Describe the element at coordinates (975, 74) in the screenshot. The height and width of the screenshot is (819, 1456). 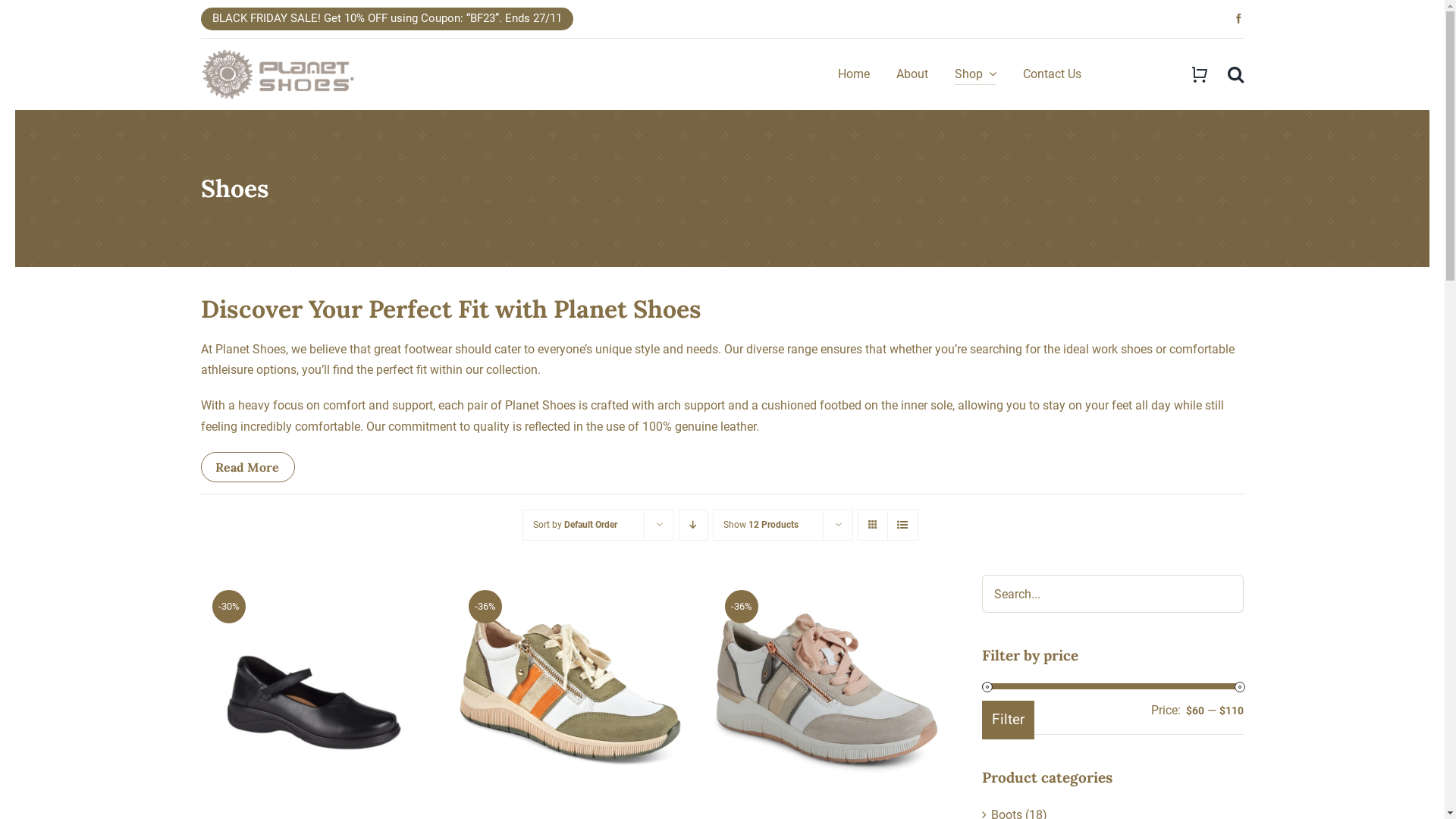
I see `'Shop'` at that location.